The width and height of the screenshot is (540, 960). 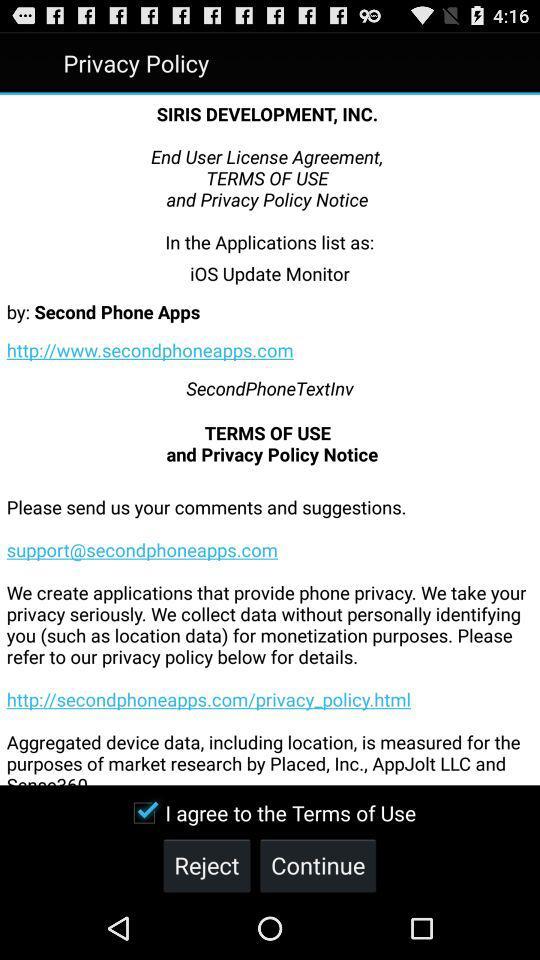 I want to click on the please send us icon, so click(x=270, y=624).